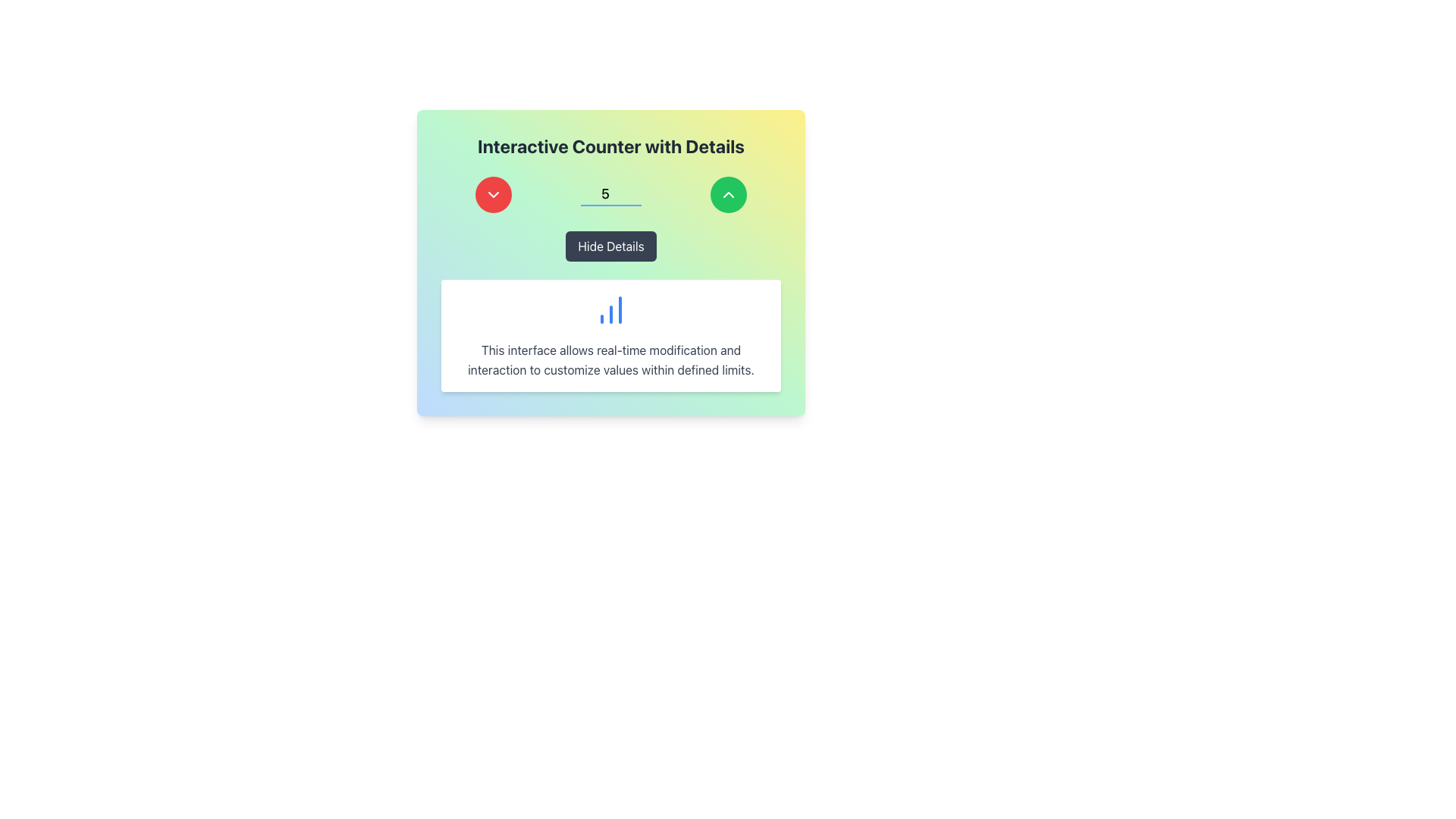 This screenshot has height=819, width=1456. I want to click on the 'Hide Details' button located in the 'Interactive Counter with Details' panel to observe its hover effect, so click(611, 245).